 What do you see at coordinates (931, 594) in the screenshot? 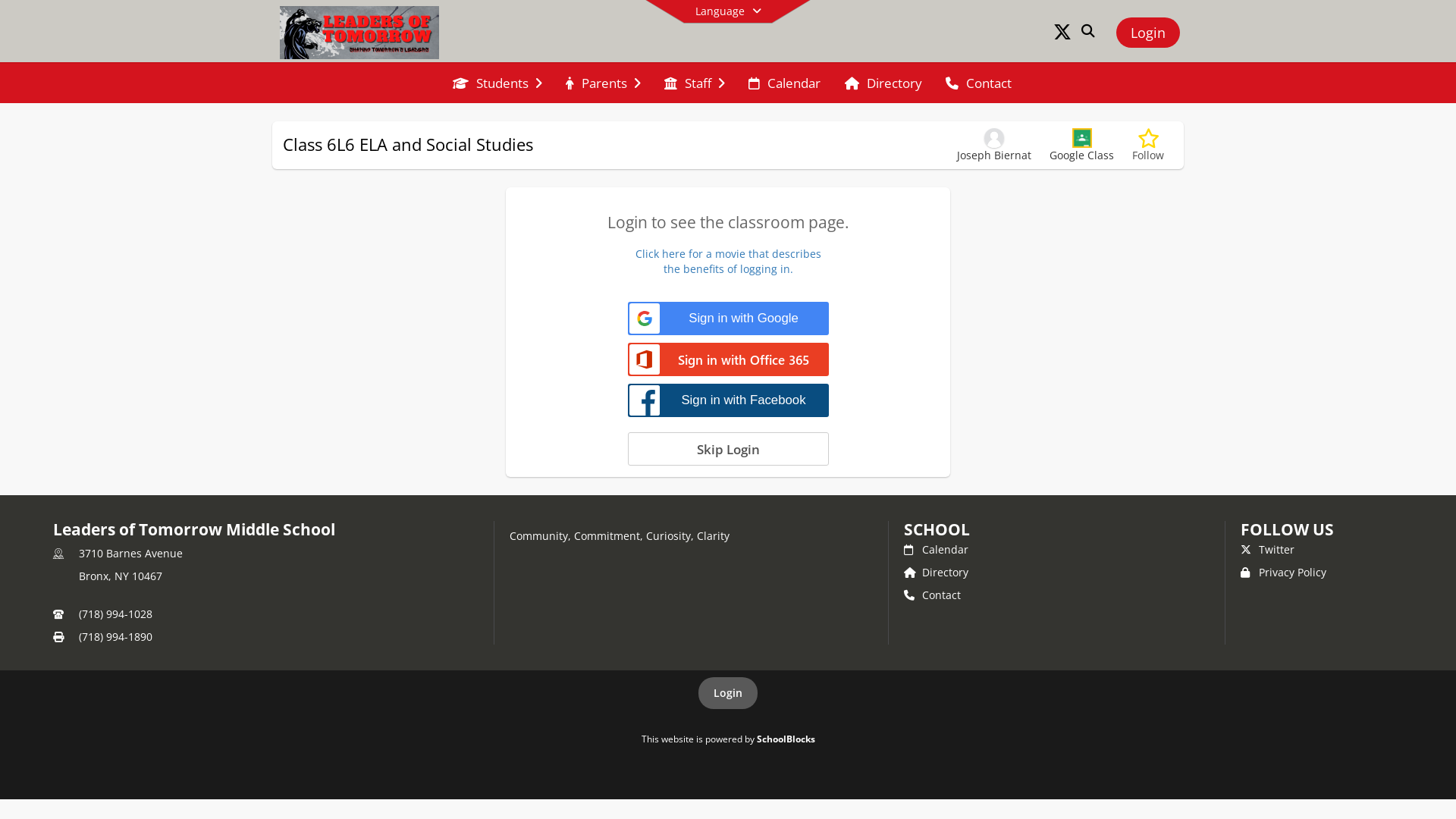
I see `'Contact'` at bounding box center [931, 594].